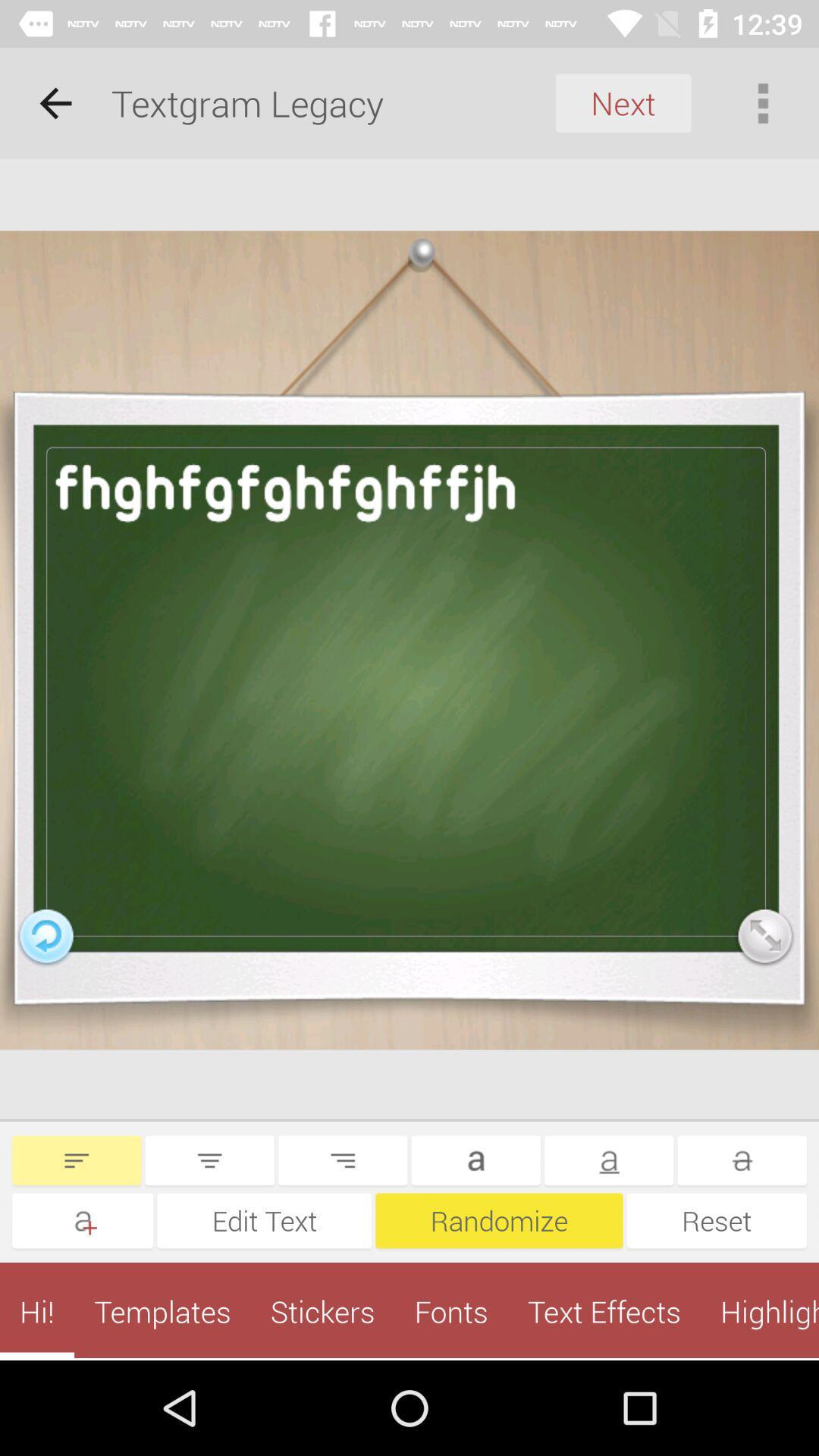  Describe the element at coordinates (763, 102) in the screenshot. I see `icon next to next` at that location.